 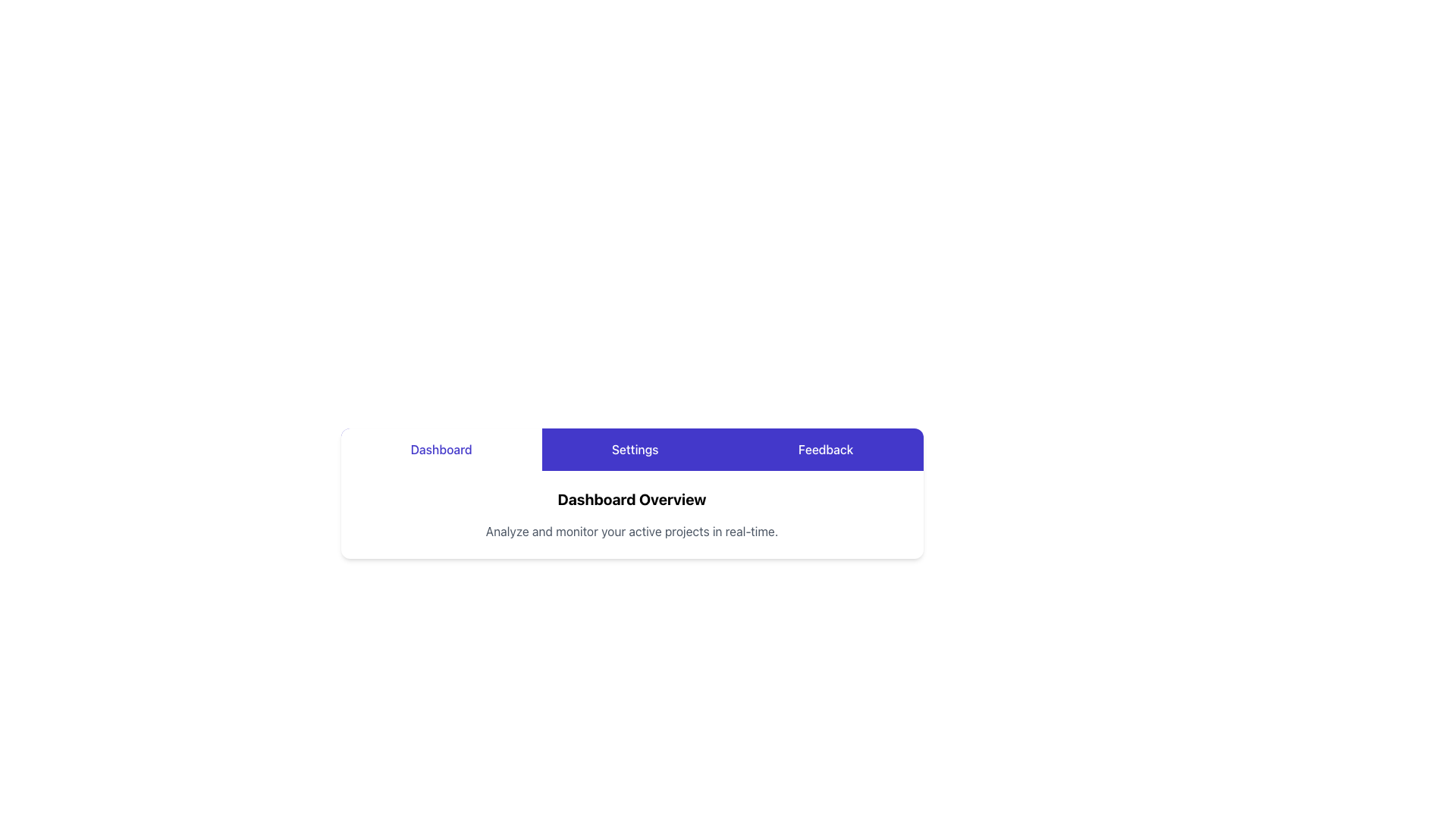 What do you see at coordinates (632, 513) in the screenshot?
I see `information displayed in the informational banner titled 'Dashboard Overview' which includes the subtitle 'Analyze and monitor your active projects in real-time.'` at bounding box center [632, 513].